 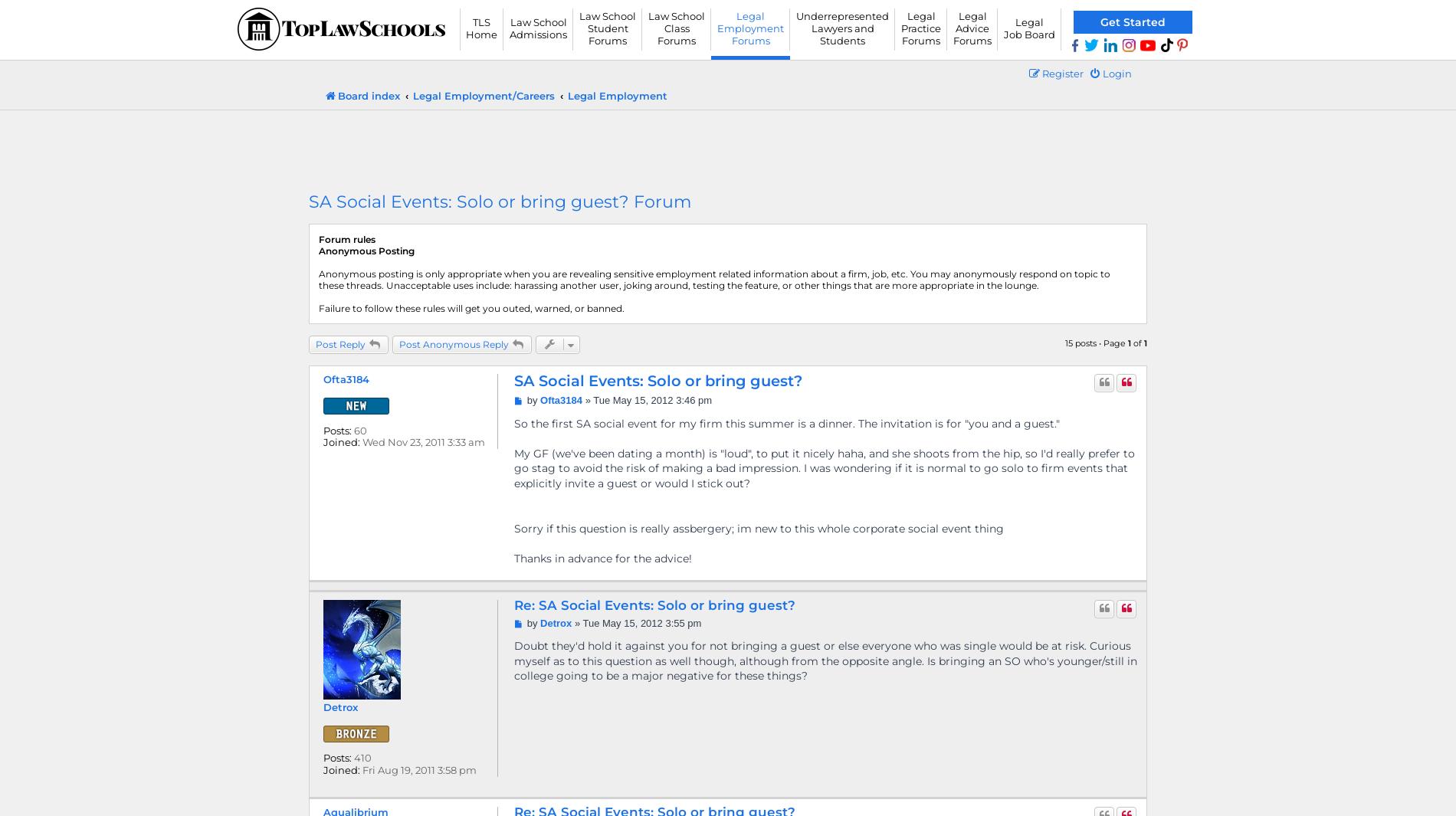 What do you see at coordinates (471, 307) in the screenshot?
I see `'Failure to follow these rules will get you outed, warned, or banned.'` at bounding box center [471, 307].